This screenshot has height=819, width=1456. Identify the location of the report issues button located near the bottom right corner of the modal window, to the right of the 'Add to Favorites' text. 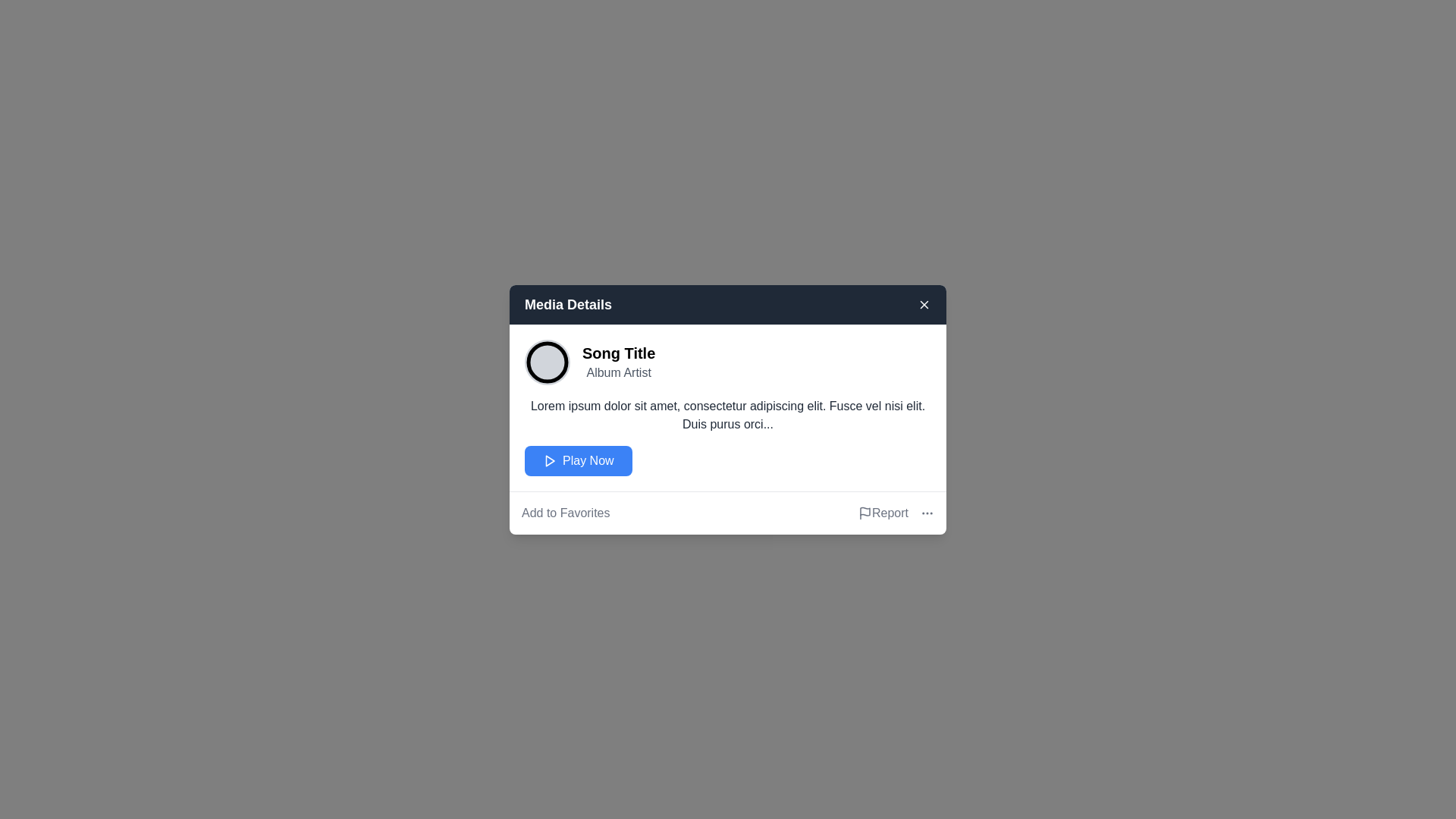
(883, 512).